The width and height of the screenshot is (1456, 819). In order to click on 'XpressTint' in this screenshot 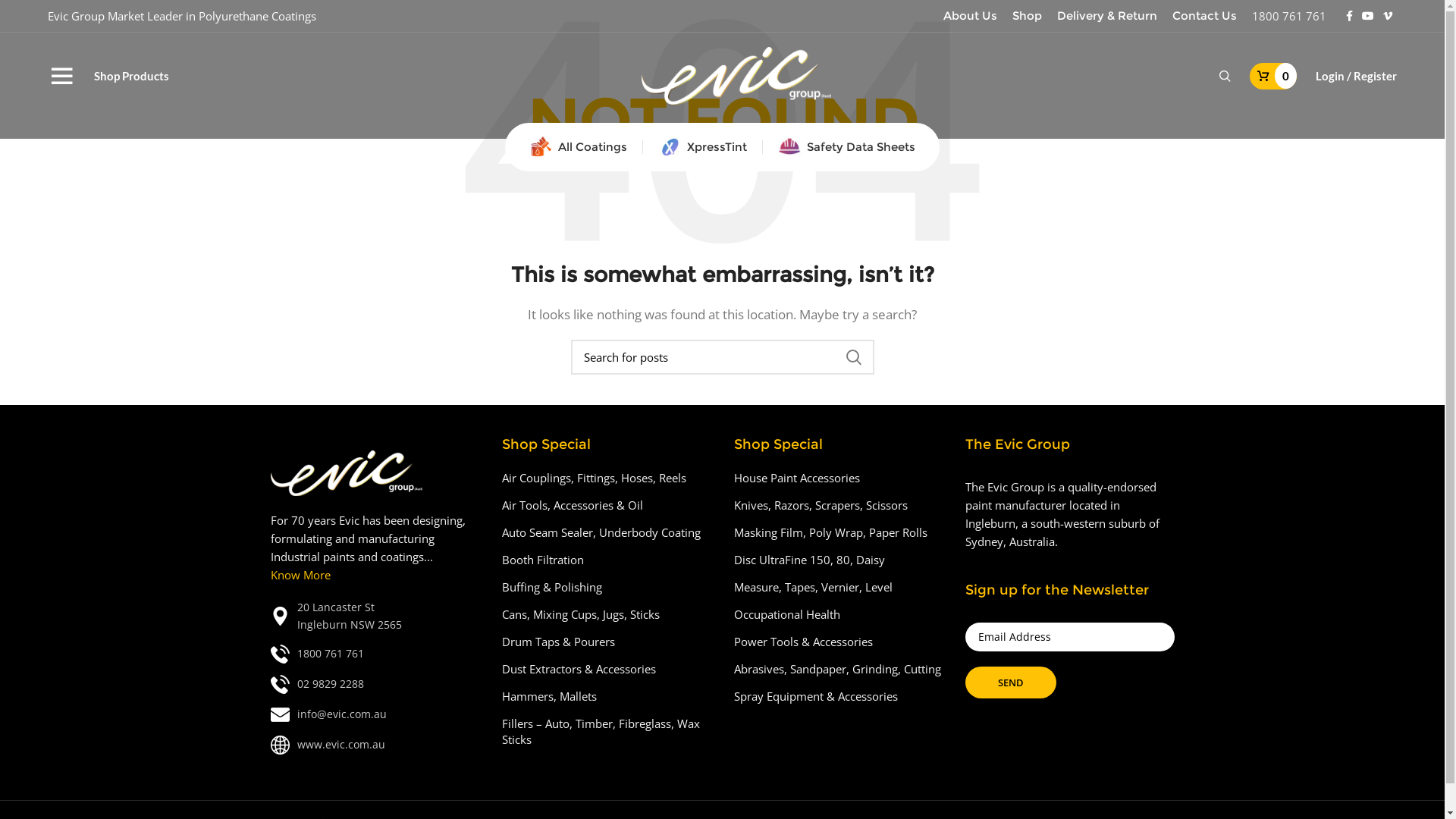, I will do `click(643, 146)`.